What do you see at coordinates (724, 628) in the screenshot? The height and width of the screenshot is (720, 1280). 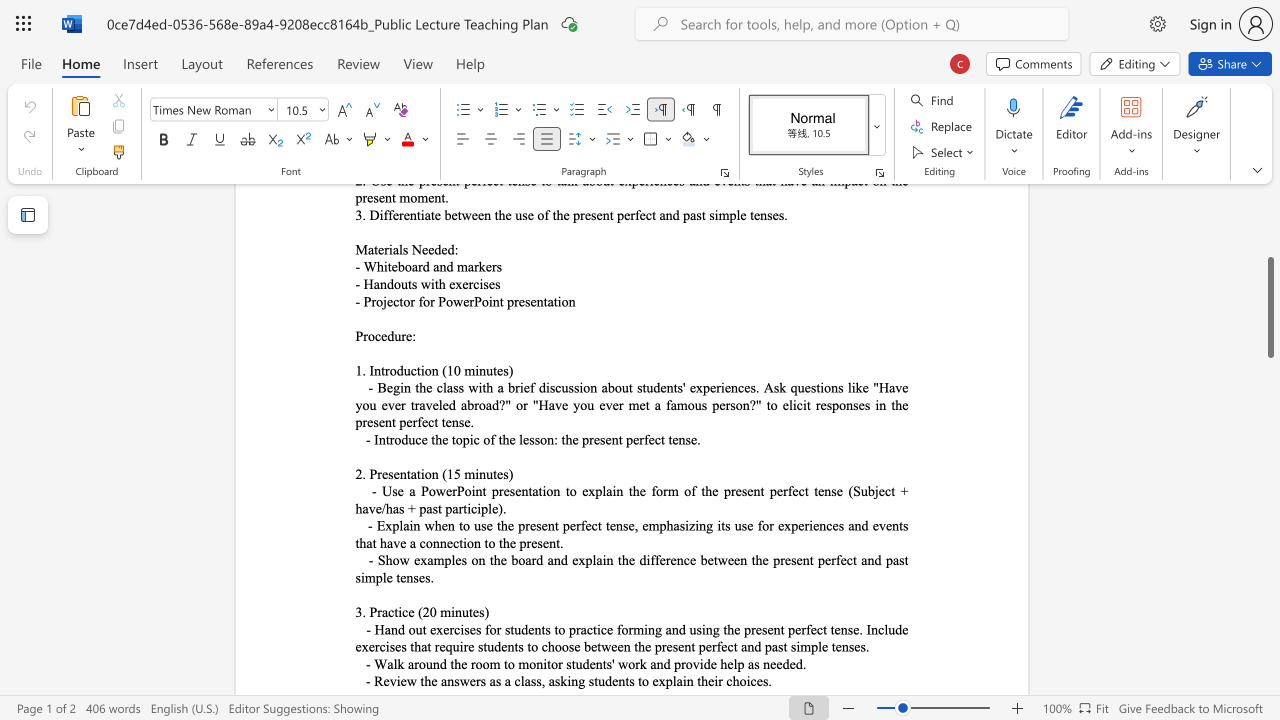 I see `the 6th character "t" in the text` at bounding box center [724, 628].